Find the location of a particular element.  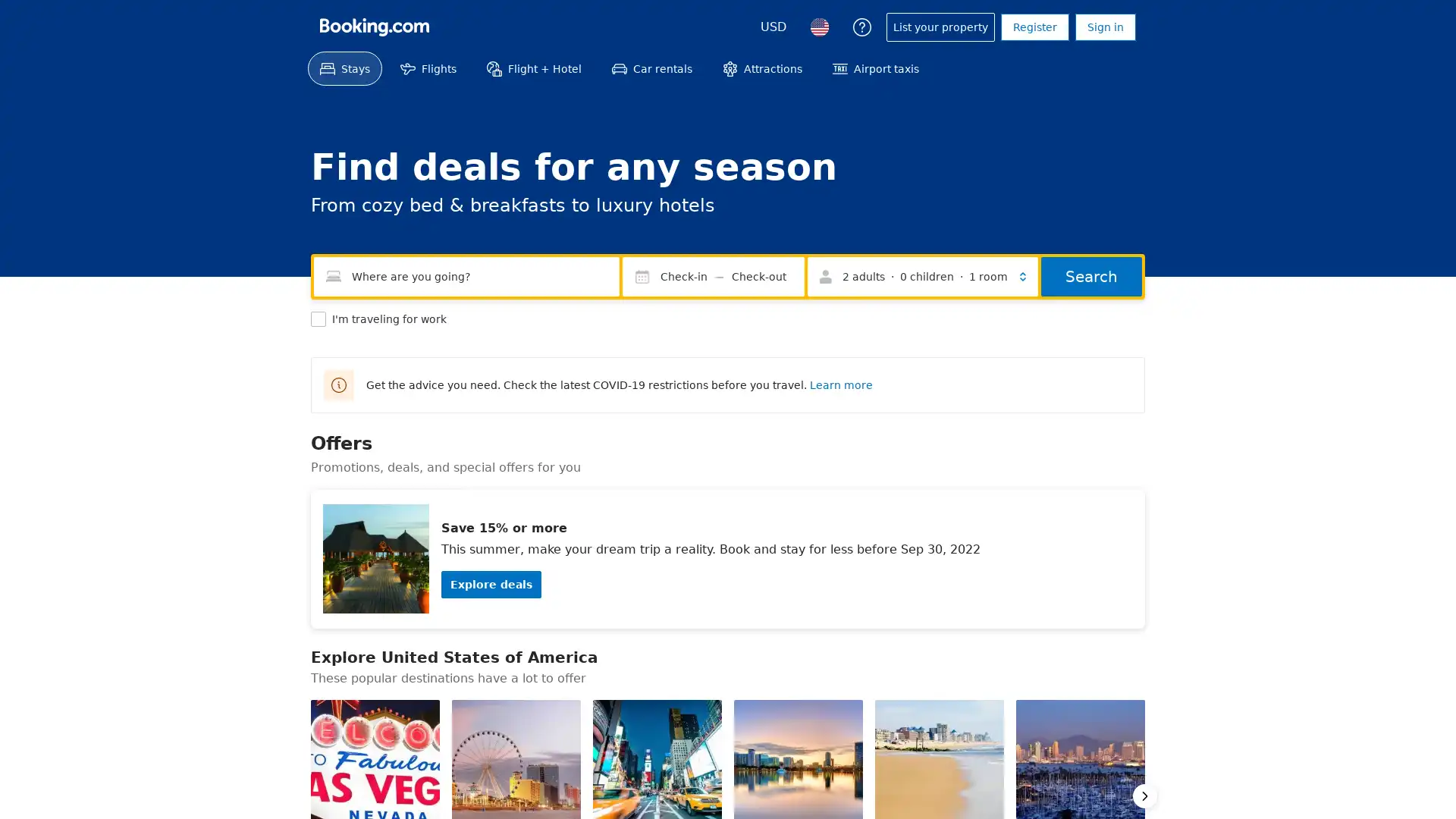

Choose your currency. Your current currency is U.S. Dollar is located at coordinates (773, 27).